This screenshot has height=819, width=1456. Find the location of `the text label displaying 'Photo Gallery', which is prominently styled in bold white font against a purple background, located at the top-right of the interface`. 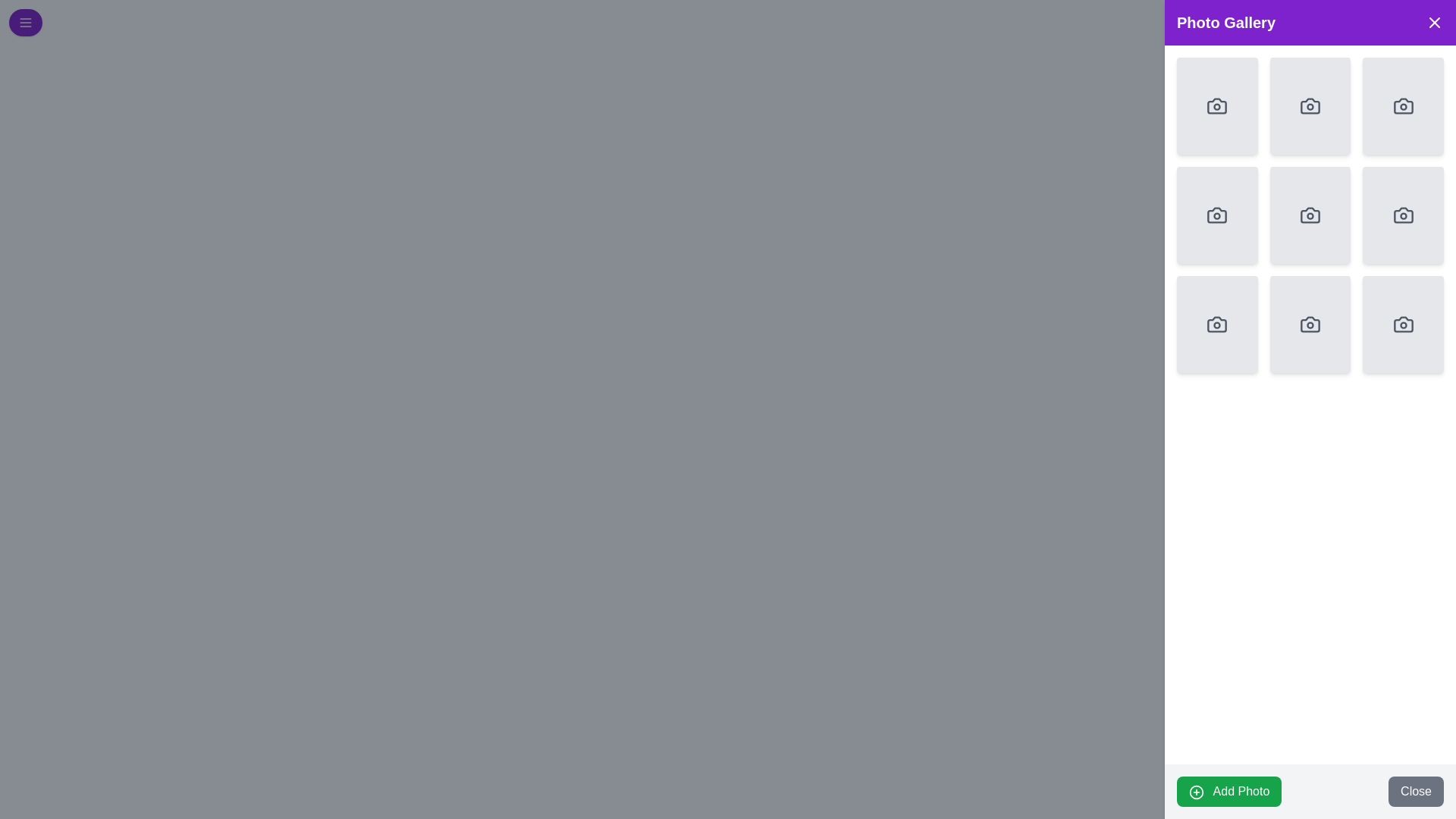

the text label displaying 'Photo Gallery', which is prominently styled in bold white font against a purple background, located at the top-right of the interface is located at coordinates (1226, 23).